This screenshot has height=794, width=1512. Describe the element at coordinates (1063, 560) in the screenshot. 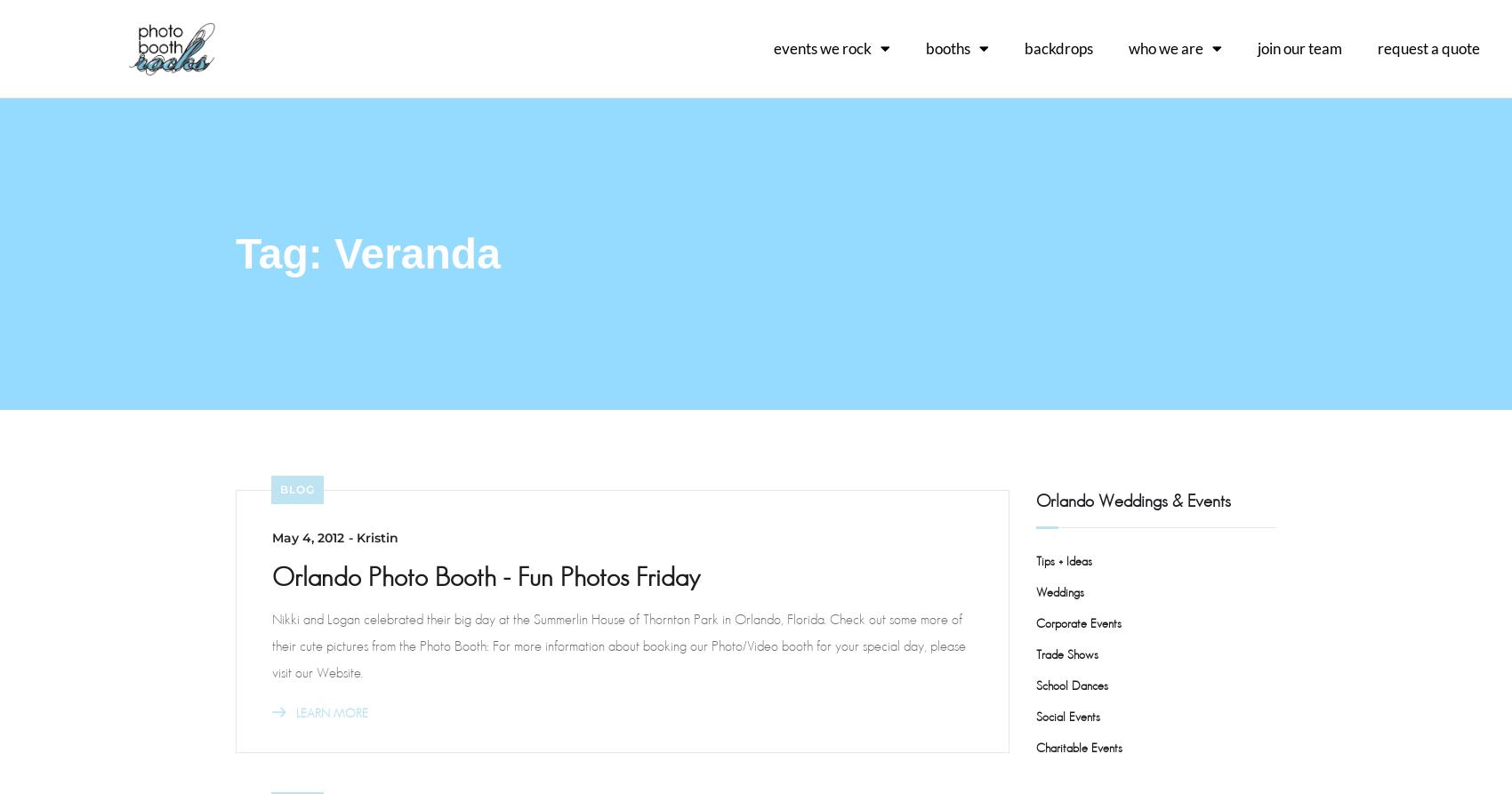

I see `'Tips + Ideas'` at that location.